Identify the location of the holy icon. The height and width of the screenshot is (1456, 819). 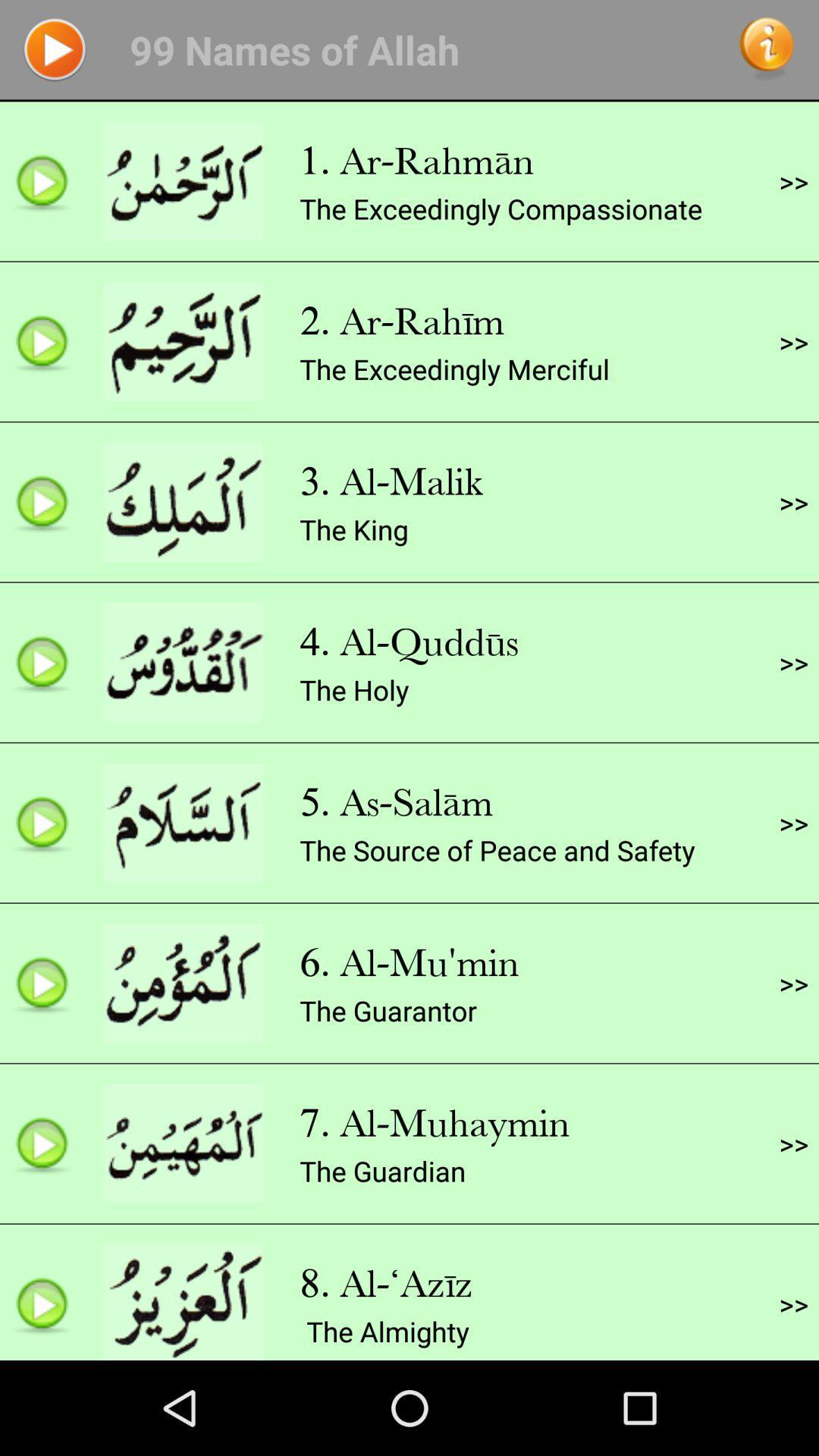
(354, 689).